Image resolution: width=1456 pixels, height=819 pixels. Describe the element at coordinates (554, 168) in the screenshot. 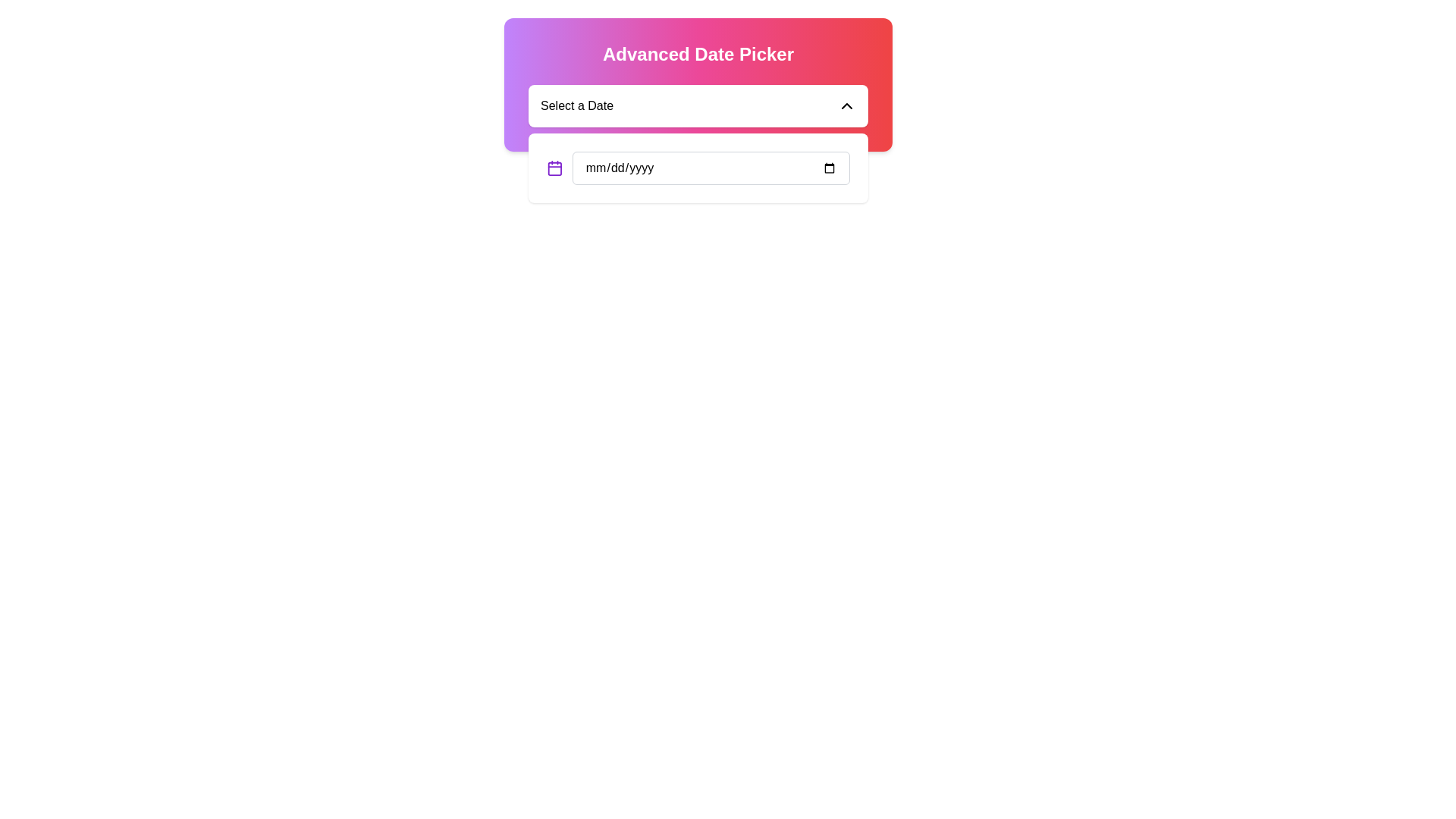

I see `the calendar icon, which is a purple minimalist design located to the left of the 'mm/dd/yyyy' text input field in the date picker component` at that location.